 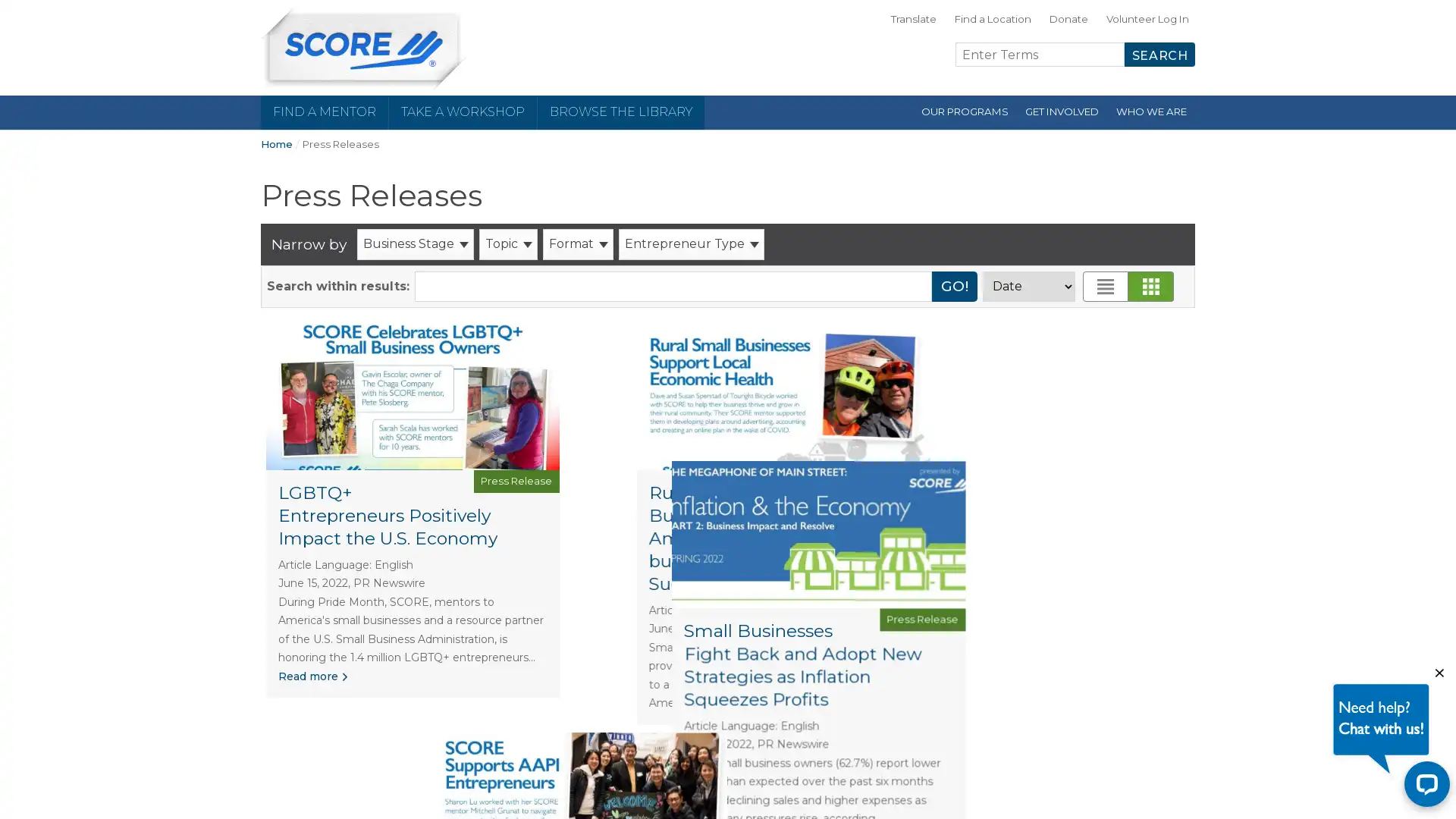 What do you see at coordinates (953, 286) in the screenshot?
I see `Submit [to search by keyword` at bounding box center [953, 286].